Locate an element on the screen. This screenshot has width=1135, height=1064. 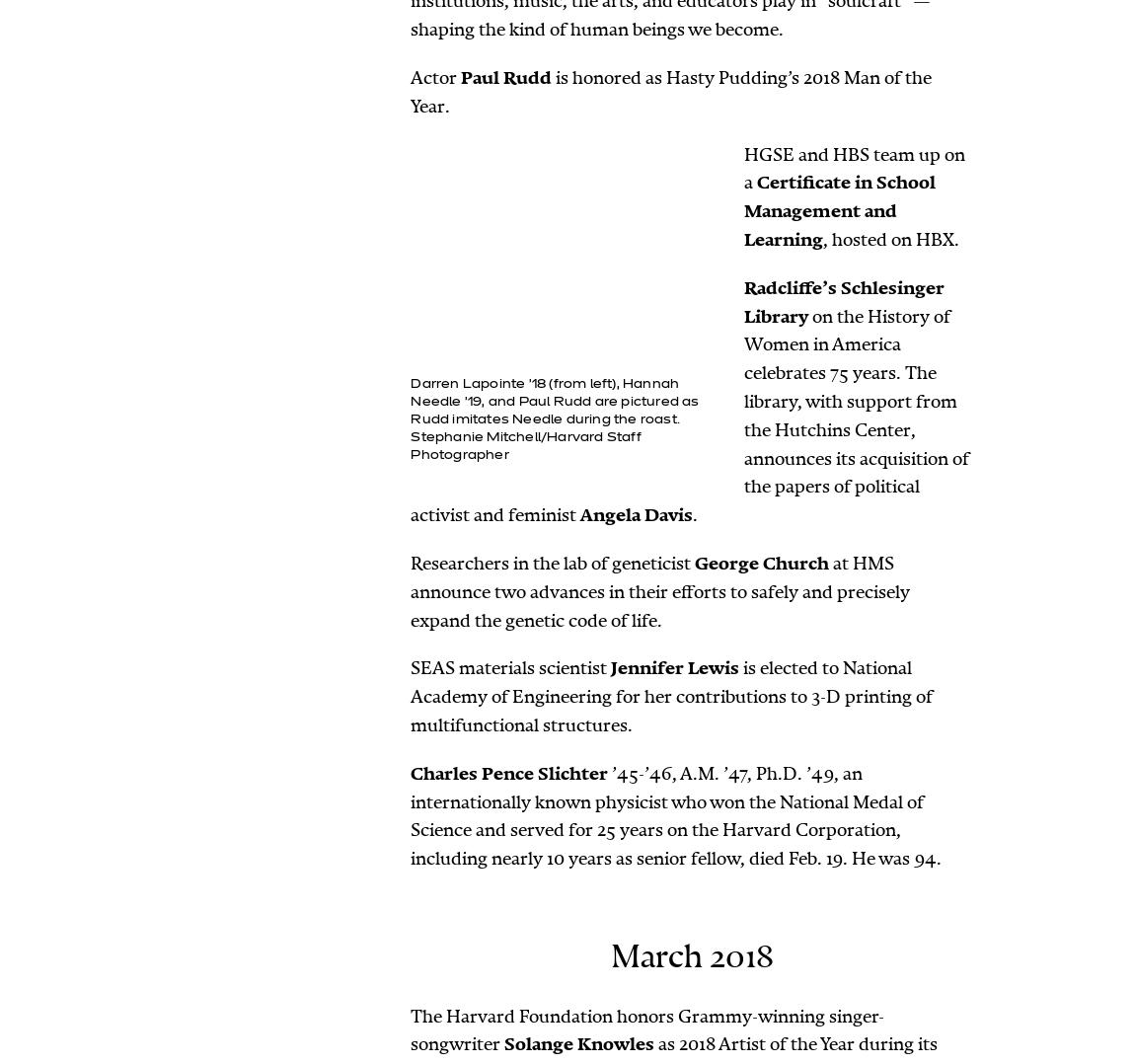
'Certificate in School Management and Learning' is located at coordinates (742, 210).